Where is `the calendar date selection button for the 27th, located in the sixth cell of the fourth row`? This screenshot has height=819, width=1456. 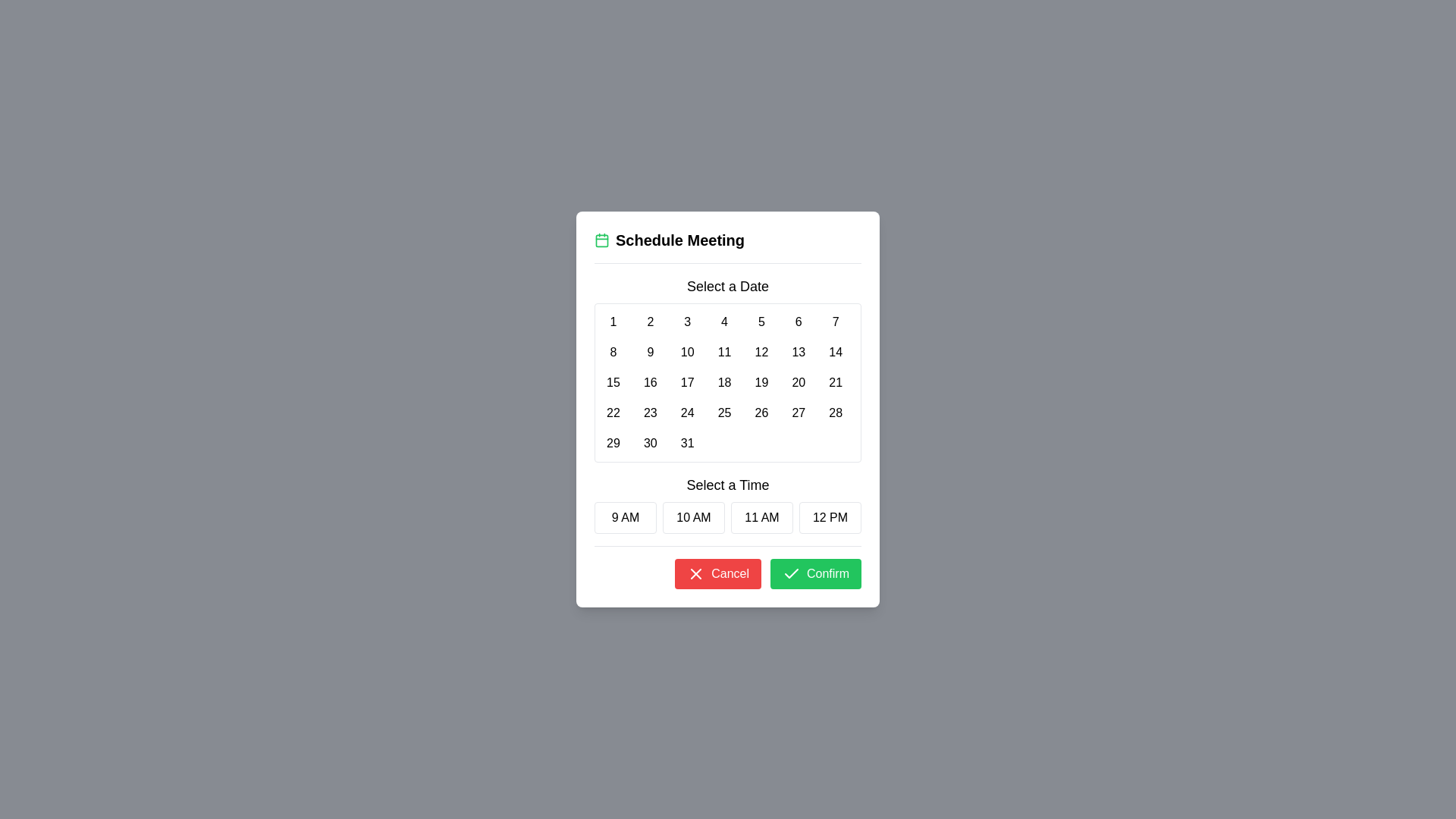 the calendar date selection button for the 27th, located in the sixth cell of the fourth row is located at coordinates (798, 413).